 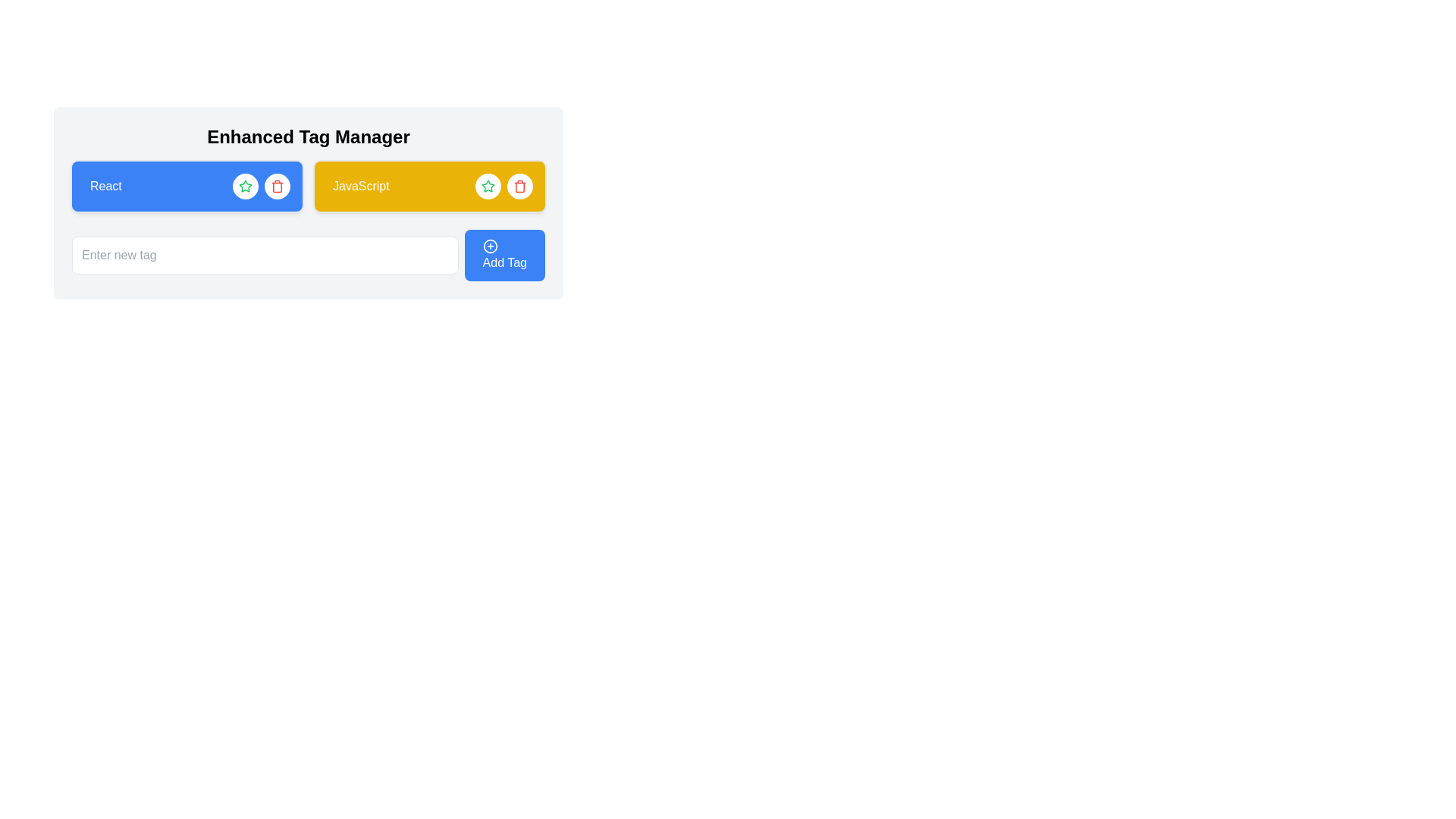 I want to click on the interactive star toggle button associated with the 'JavaScript' tag, so click(x=488, y=186).